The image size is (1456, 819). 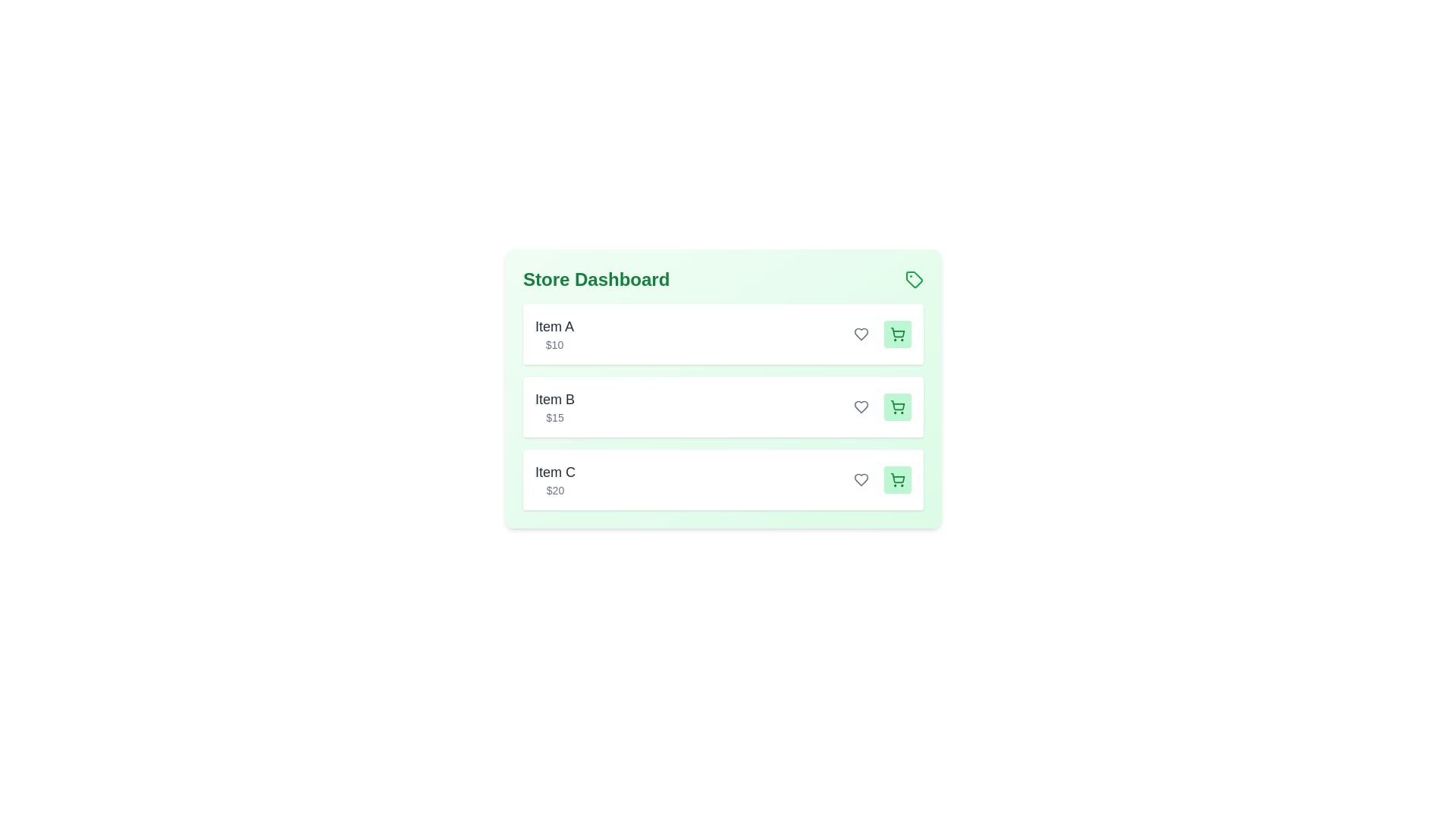 What do you see at coordinates (554, 418) in the screenshot?
I see `the price display of 'Item B' located below its label in the Store Dashboard` at bounding box center [554, 418].